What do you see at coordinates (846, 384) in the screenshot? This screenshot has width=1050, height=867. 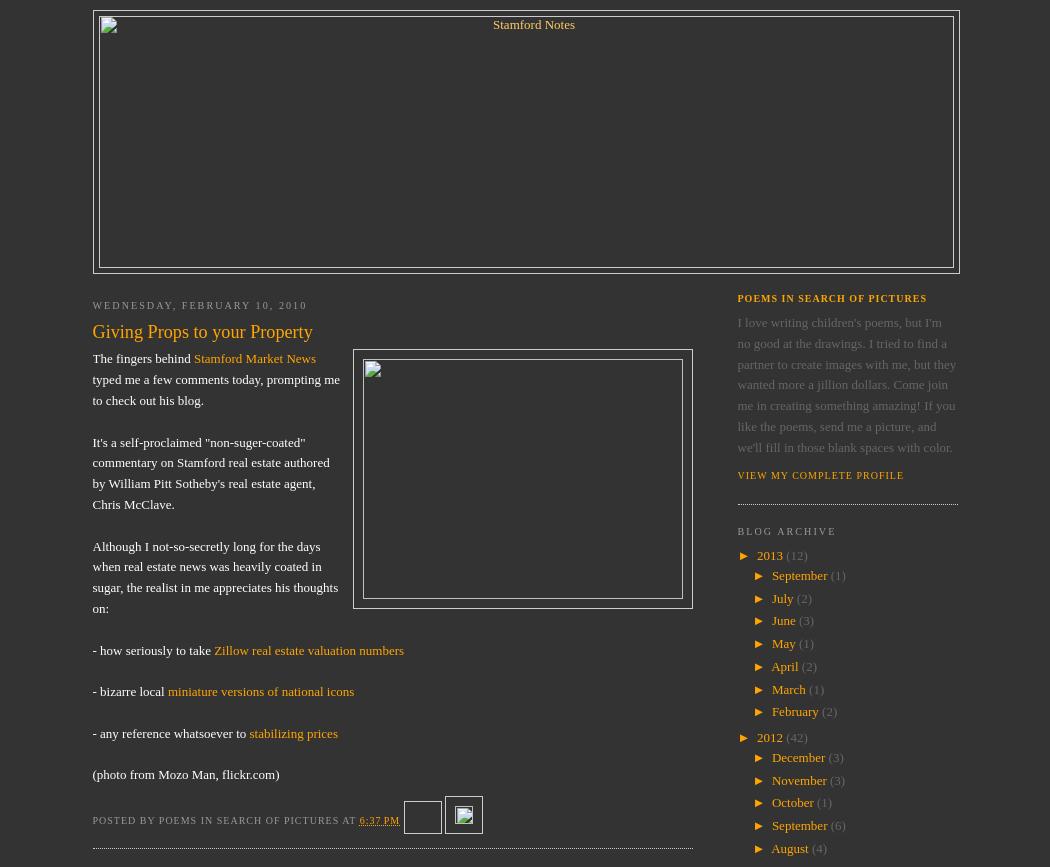 I see `'I love writing children's poems, but I'm no good at the drawings. I tried to find a partner to create images with me, but they wanted more a jillion dollars. Come join me in creating something amazing!  If you like the poems, send me a picture, and we'll fill in those blank spaces with color.'` at bounding box center [846, 384].